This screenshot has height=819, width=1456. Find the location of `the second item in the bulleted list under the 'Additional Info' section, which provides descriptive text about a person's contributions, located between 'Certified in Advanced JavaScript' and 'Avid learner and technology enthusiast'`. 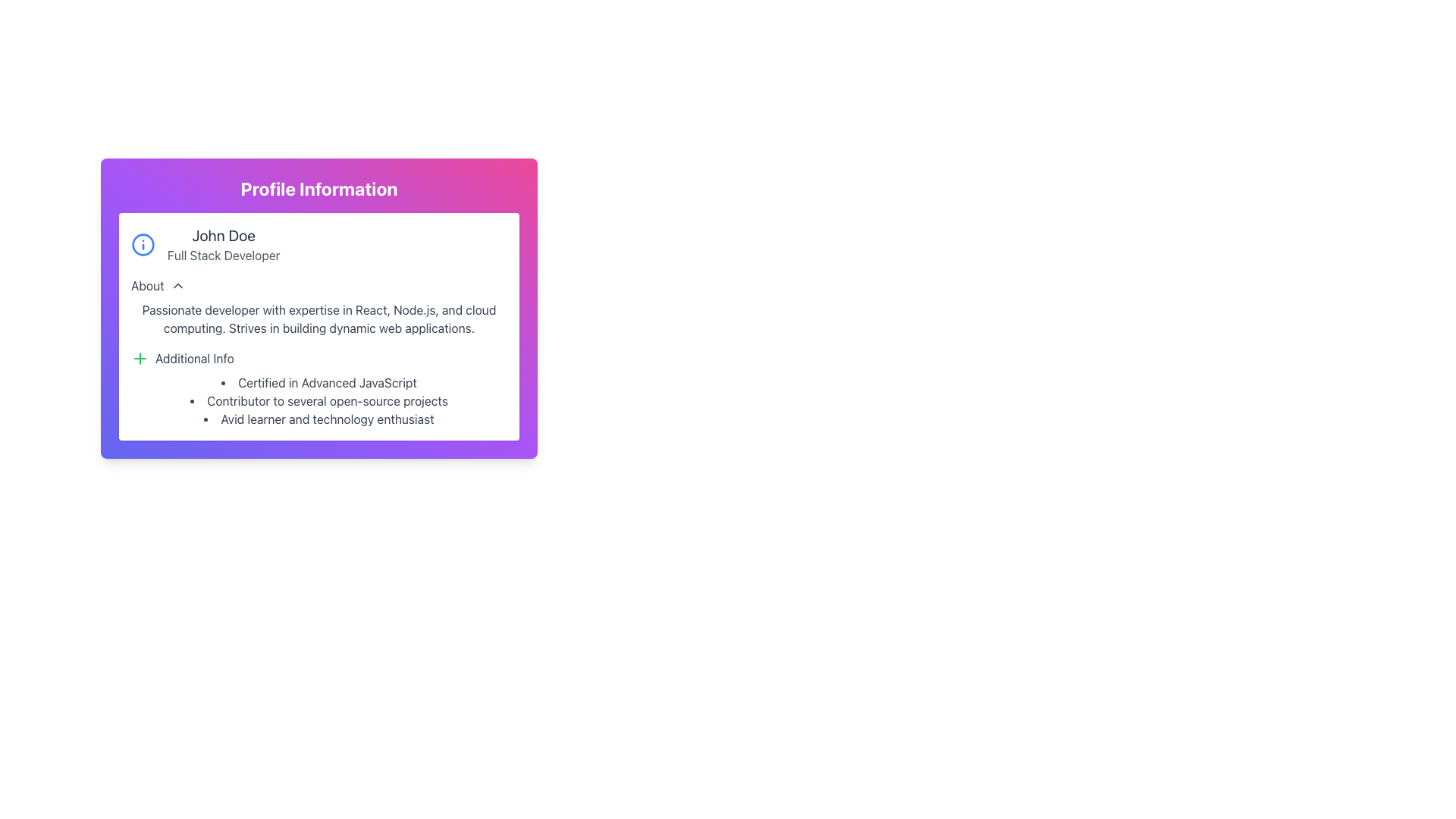

the second item in the bulleted list under the 'Additional Info' section, which provides descriptive text about a person's contributions, located between 'Certified in Advanced JavaScript' and 'Avid learner and technology enthusiast' is located at coordinates (318, 400).